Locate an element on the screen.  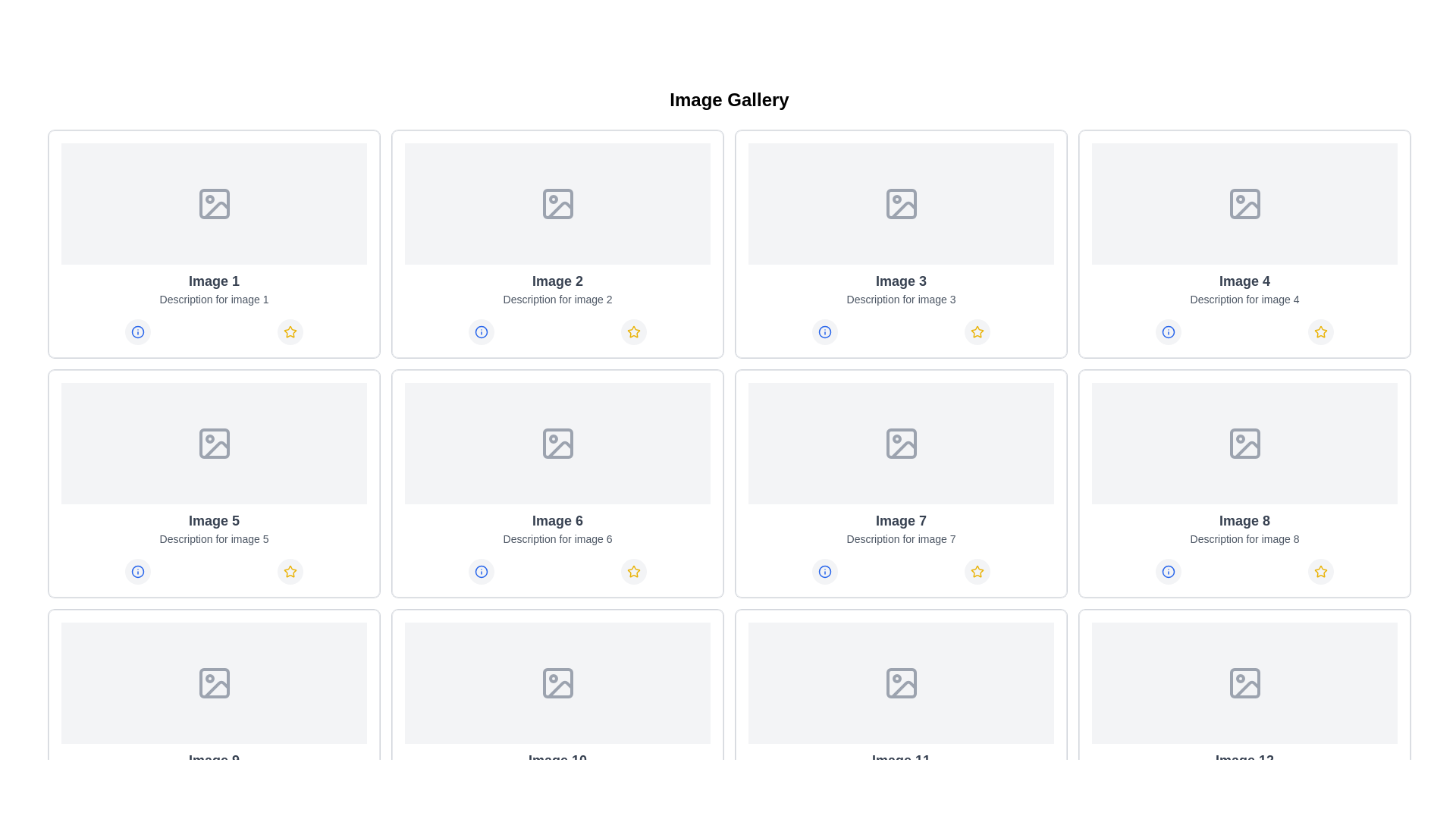
the static text label displaying 'Image 11', which is styled in a large, bold font and located at the bottom-right of a card in a 3x4 layout grid is located at coordinates (901, 760).